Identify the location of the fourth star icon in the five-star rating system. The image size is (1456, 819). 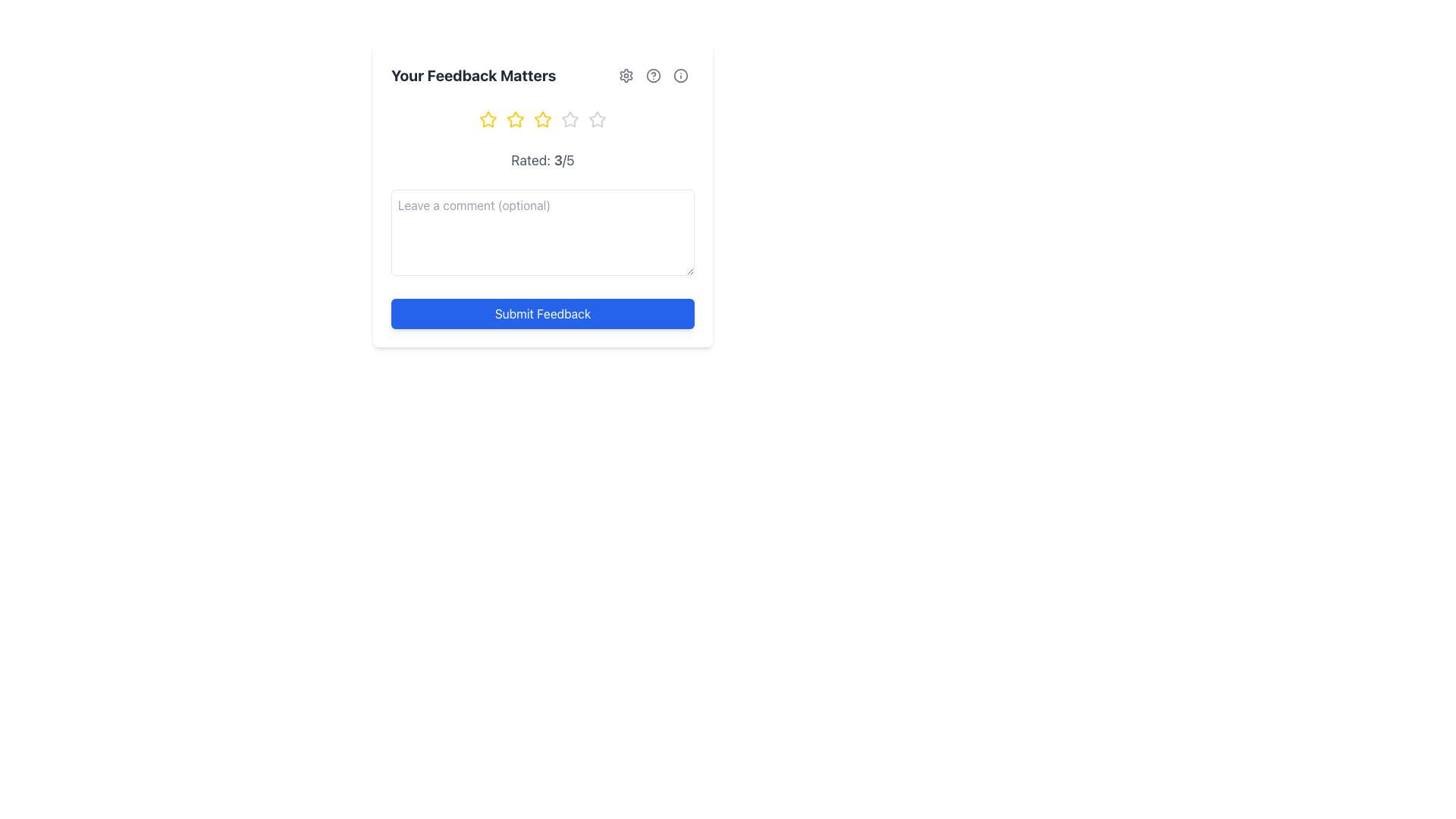
(570, 118).